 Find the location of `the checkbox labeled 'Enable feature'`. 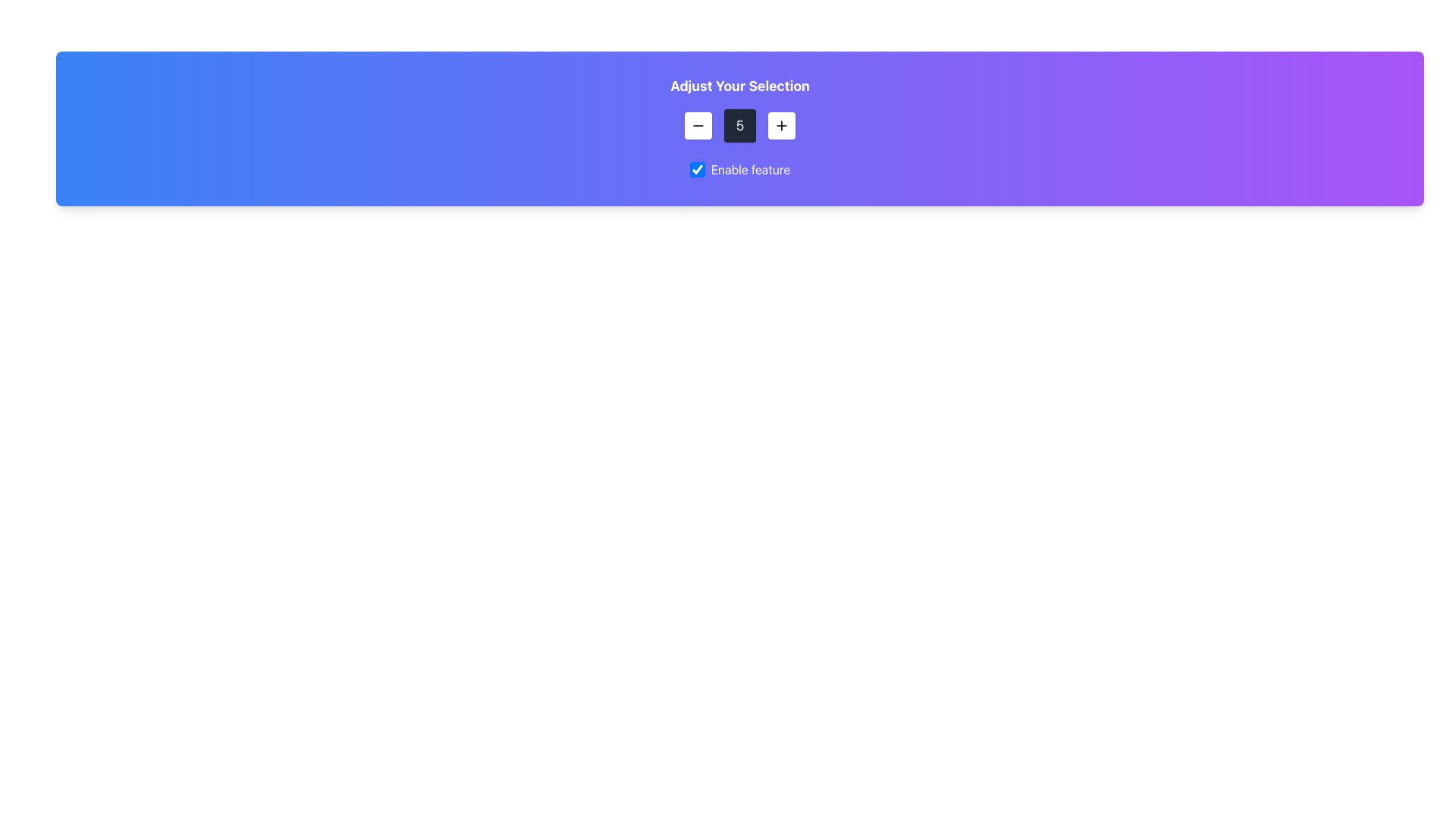

the checkbox labeled 'Enable feature' is located at coordinates (739, 171).